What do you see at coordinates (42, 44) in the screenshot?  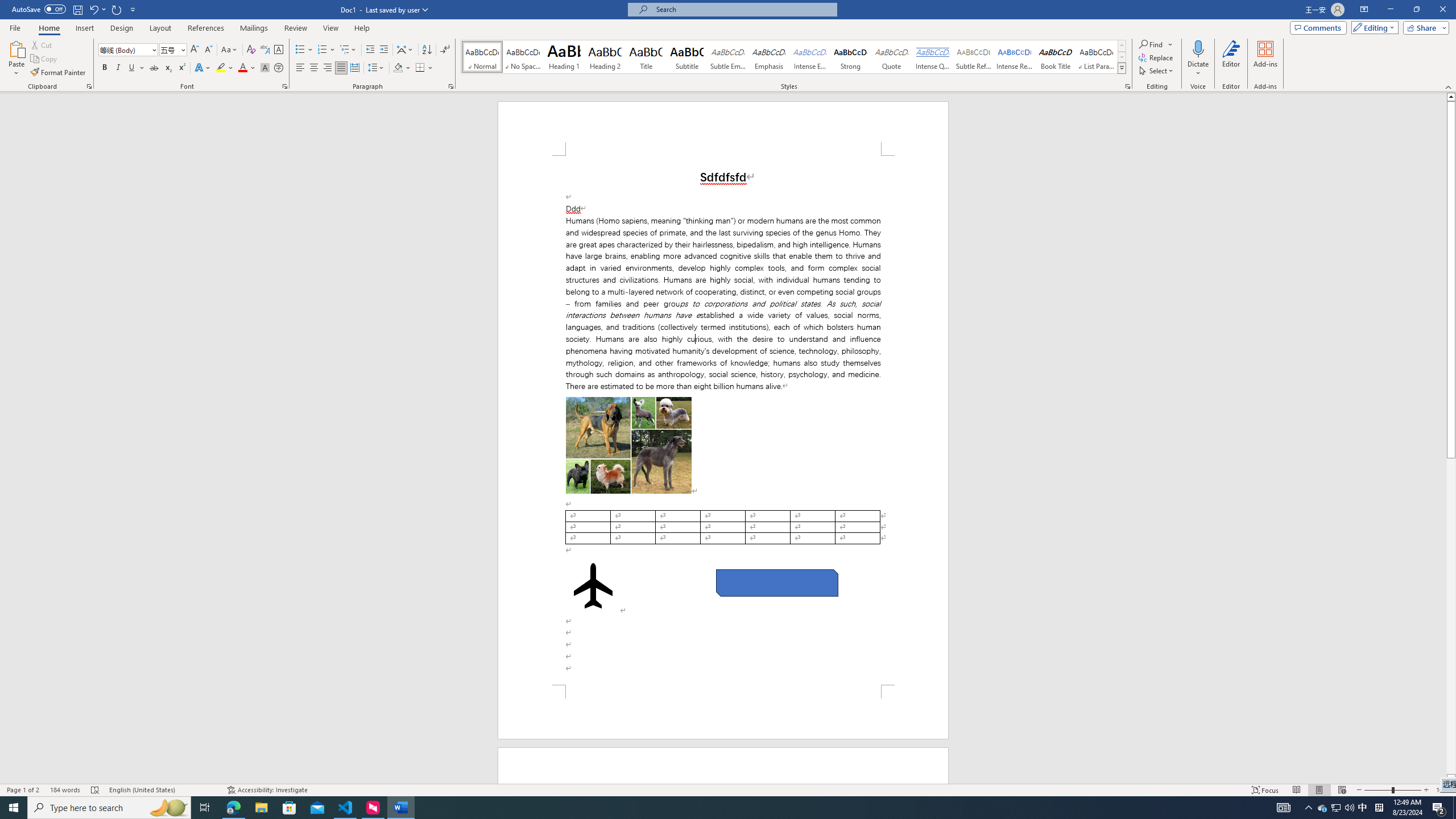 I see `'Cut'` at bounding box center [42, 44].